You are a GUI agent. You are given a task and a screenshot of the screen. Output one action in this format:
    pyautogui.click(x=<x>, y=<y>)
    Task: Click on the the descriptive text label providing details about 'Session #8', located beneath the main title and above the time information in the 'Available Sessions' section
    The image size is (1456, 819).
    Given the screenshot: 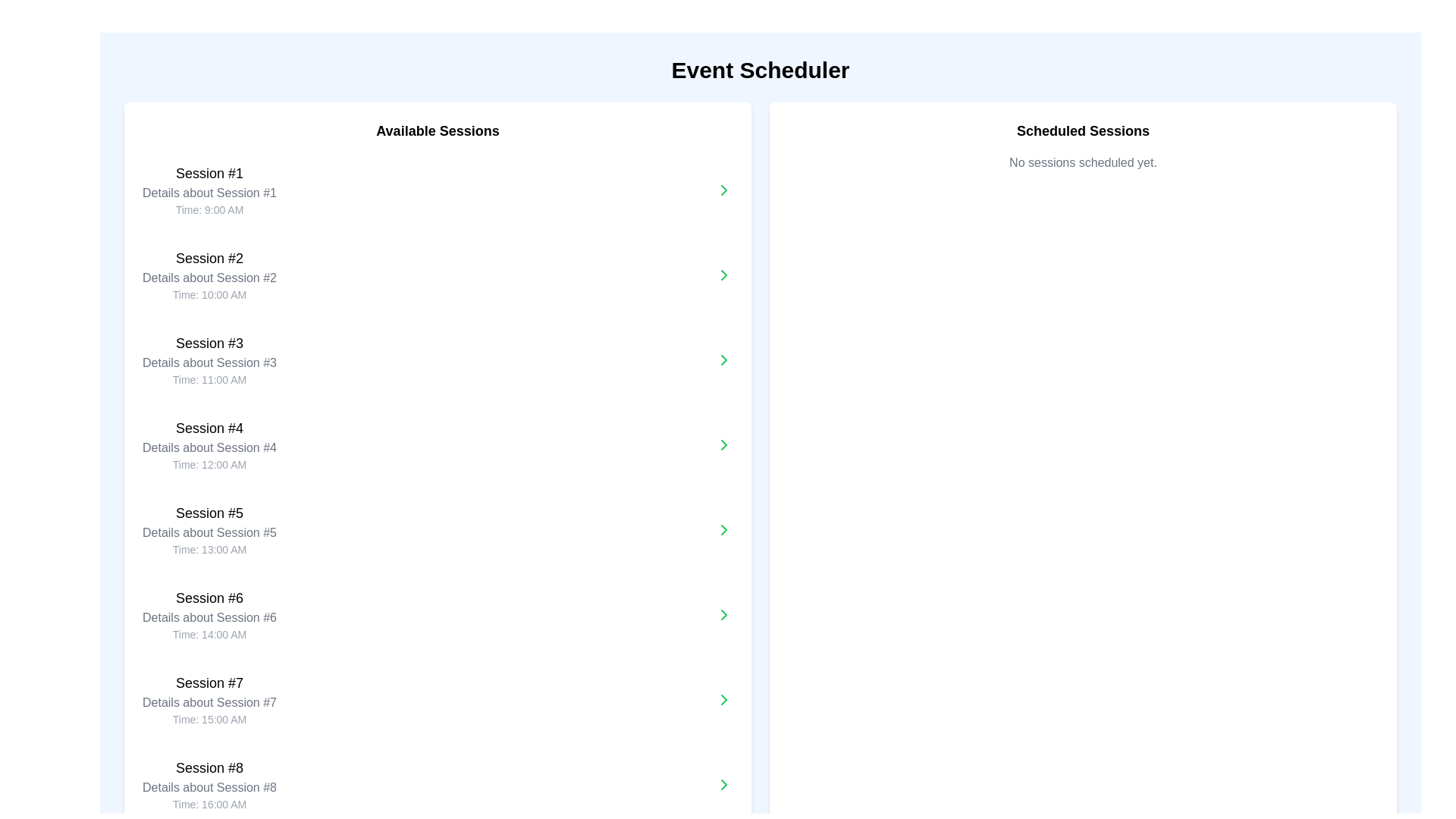 What is the action you would take?
    pyautogui.click(x=209, y=786)
    